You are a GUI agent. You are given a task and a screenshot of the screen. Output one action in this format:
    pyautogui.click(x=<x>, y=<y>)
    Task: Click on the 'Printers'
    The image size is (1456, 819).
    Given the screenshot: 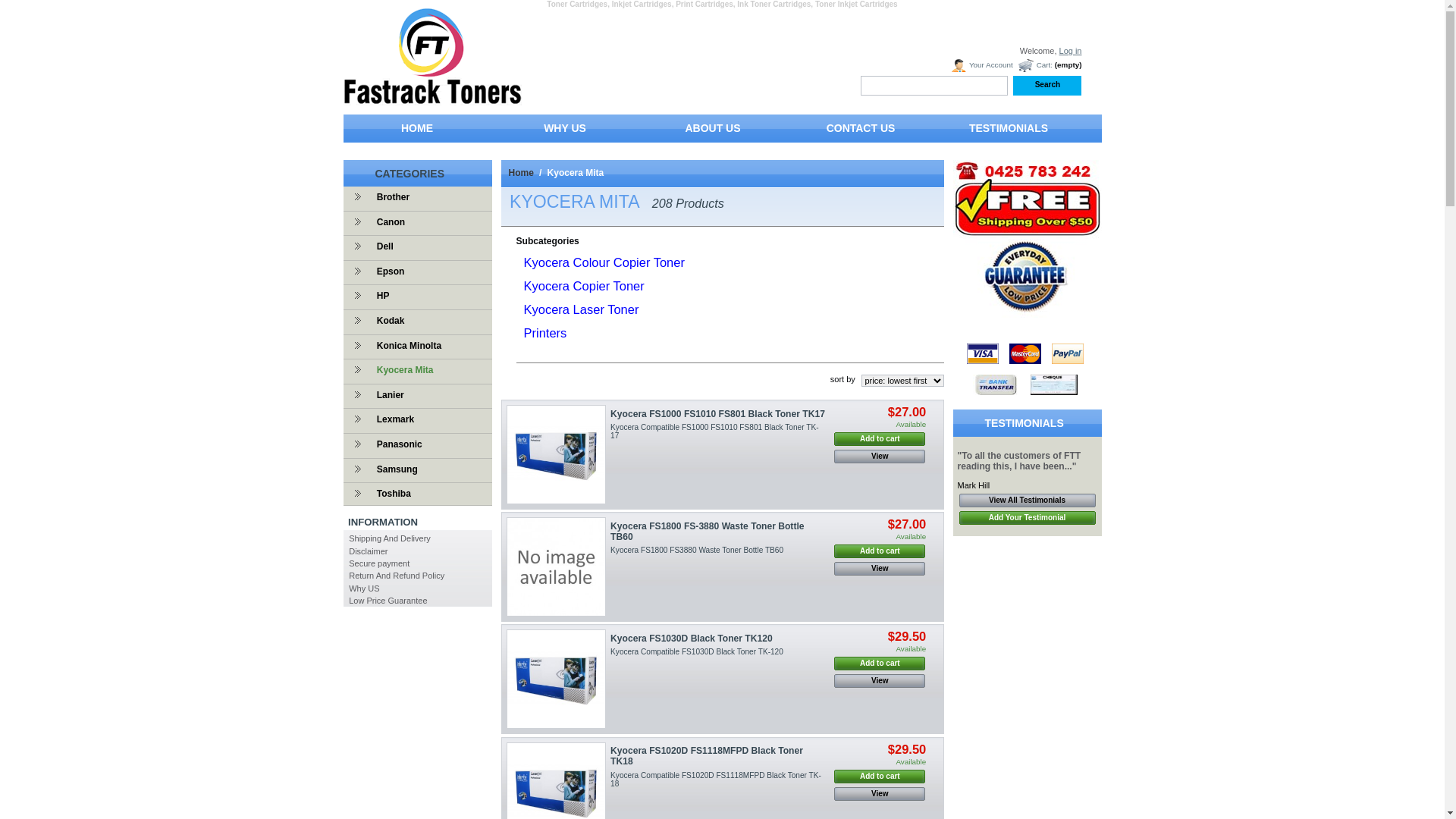 What is the action you would take?
    pyautogui.click(x=544, y=332)
    